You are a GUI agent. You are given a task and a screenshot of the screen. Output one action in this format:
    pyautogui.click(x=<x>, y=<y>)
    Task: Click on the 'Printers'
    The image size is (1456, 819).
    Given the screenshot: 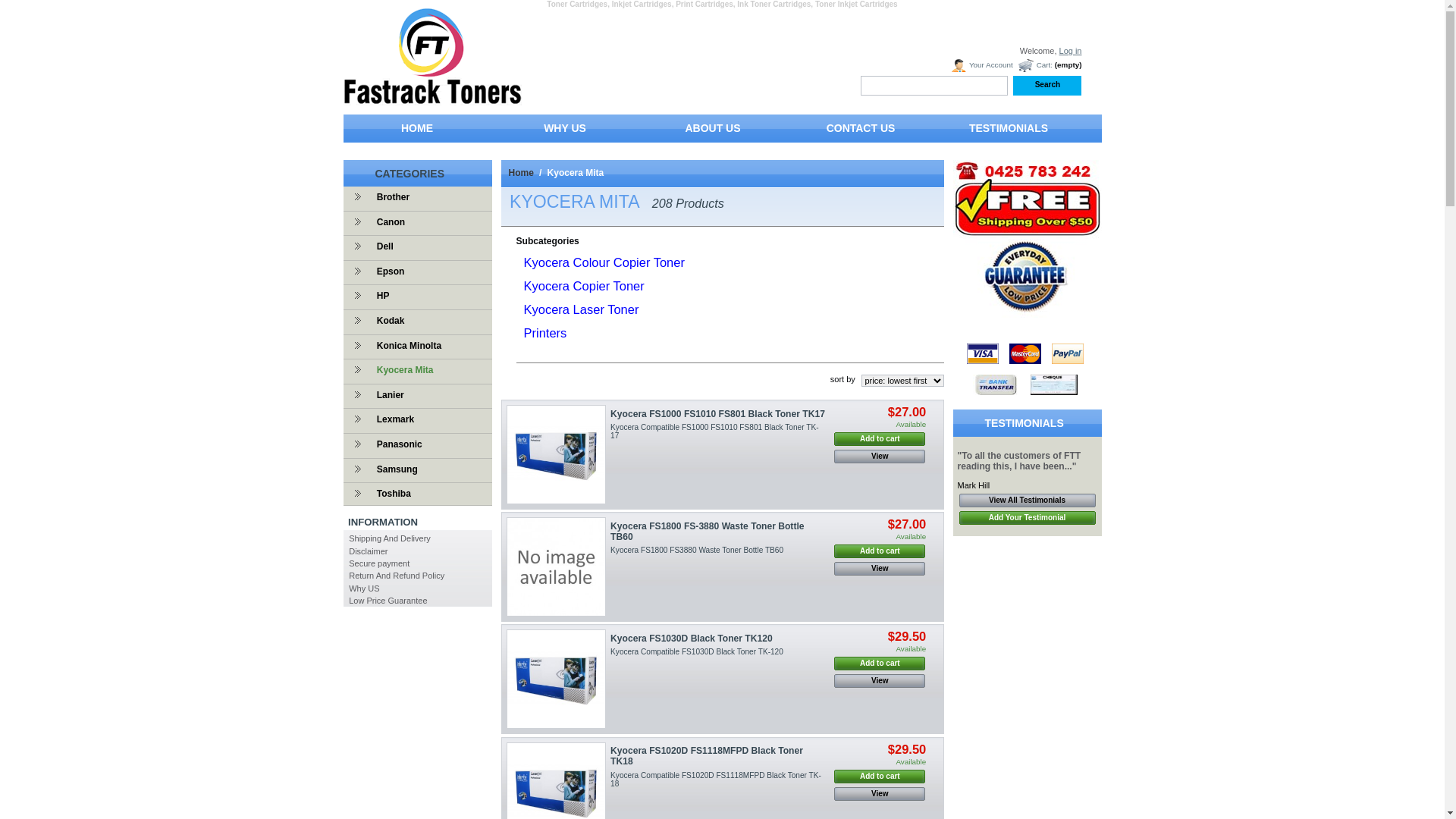 What is the action you would take?
    pyautogui.click(x=544, y=332)
    